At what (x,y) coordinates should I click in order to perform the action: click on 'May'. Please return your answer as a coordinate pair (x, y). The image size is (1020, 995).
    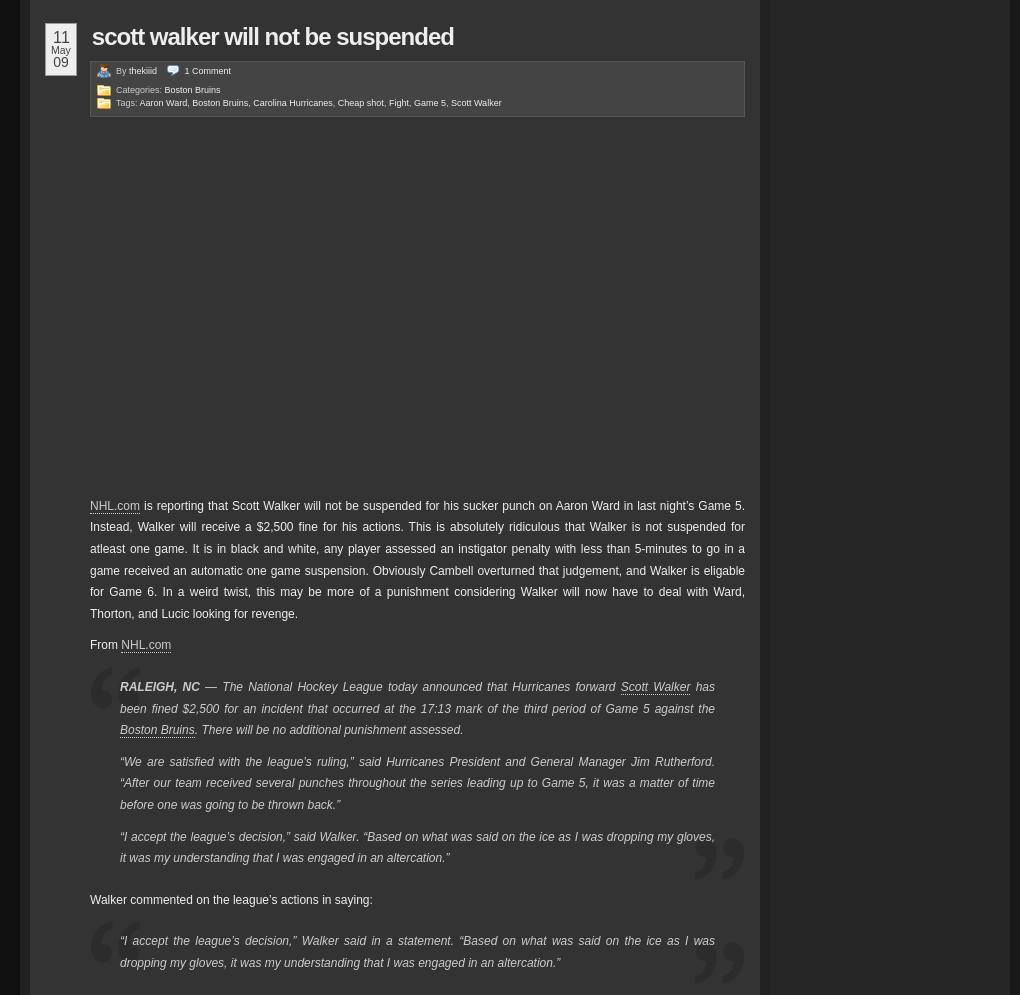
    Looking at the image, I should click on (60, 49).